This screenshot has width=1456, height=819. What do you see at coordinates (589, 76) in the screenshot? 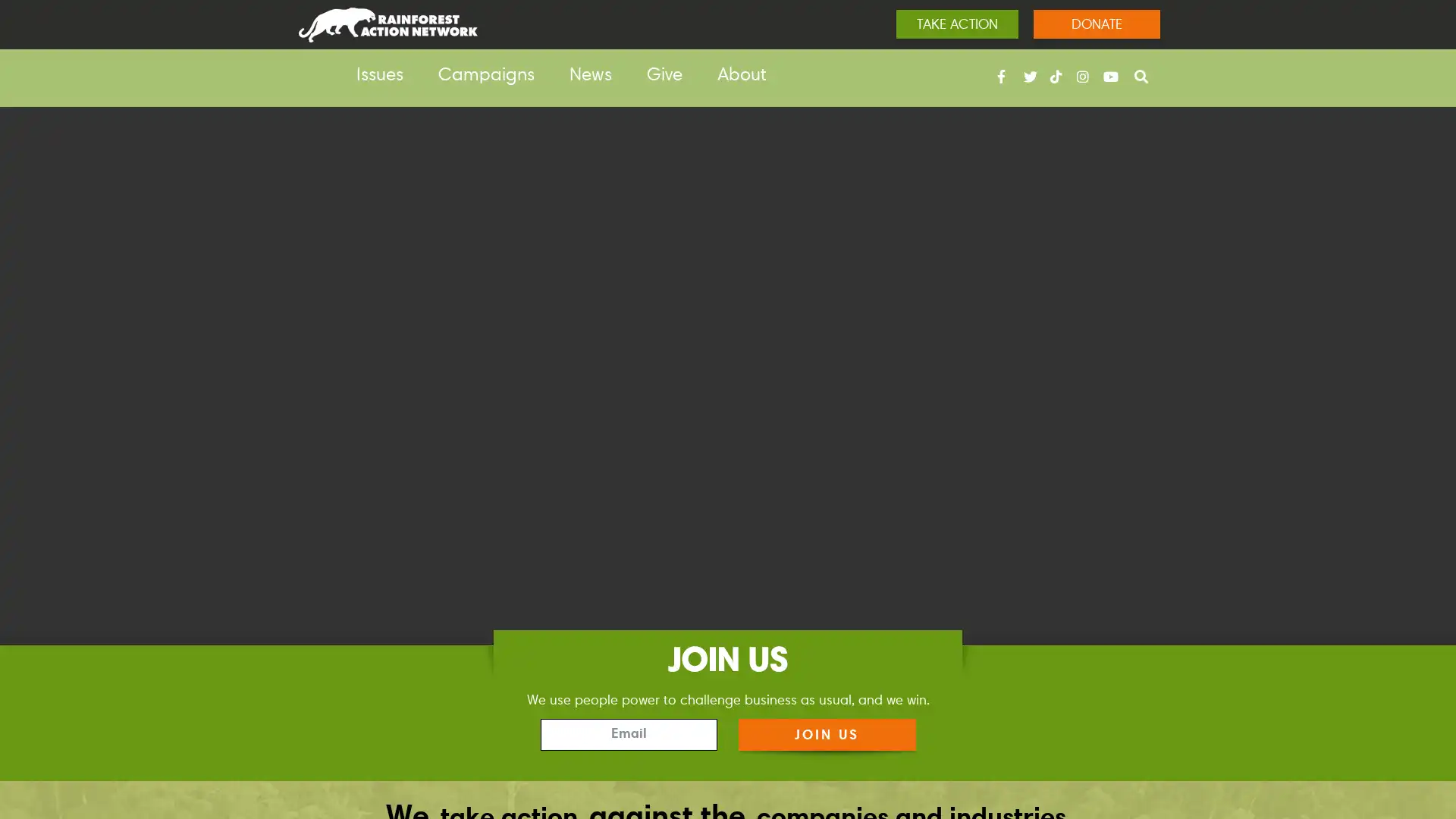
I see `News` at bounding box center [589, 76].